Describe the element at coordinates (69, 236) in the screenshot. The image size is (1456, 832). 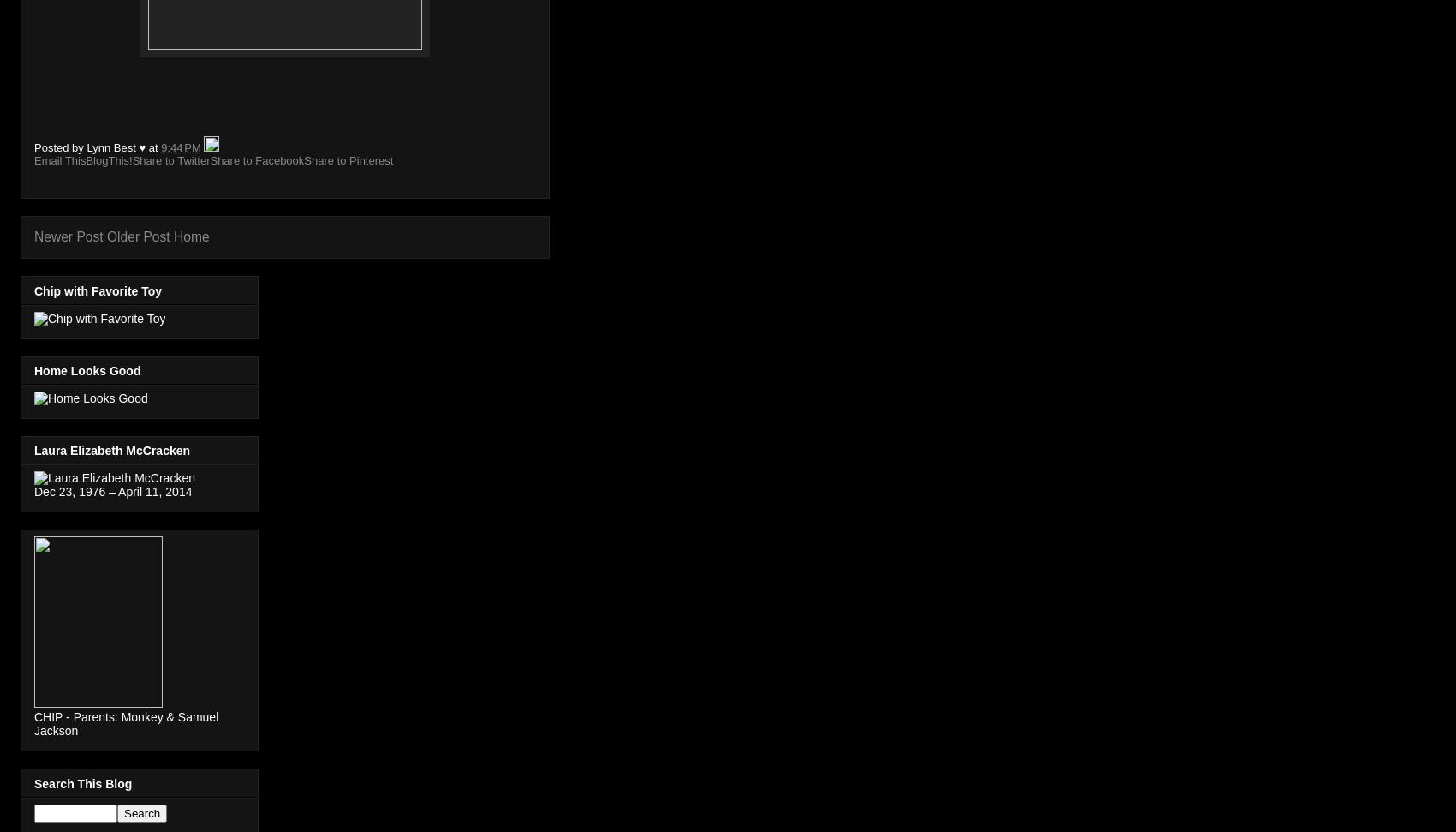
I see `'Newer Post'` at that location.